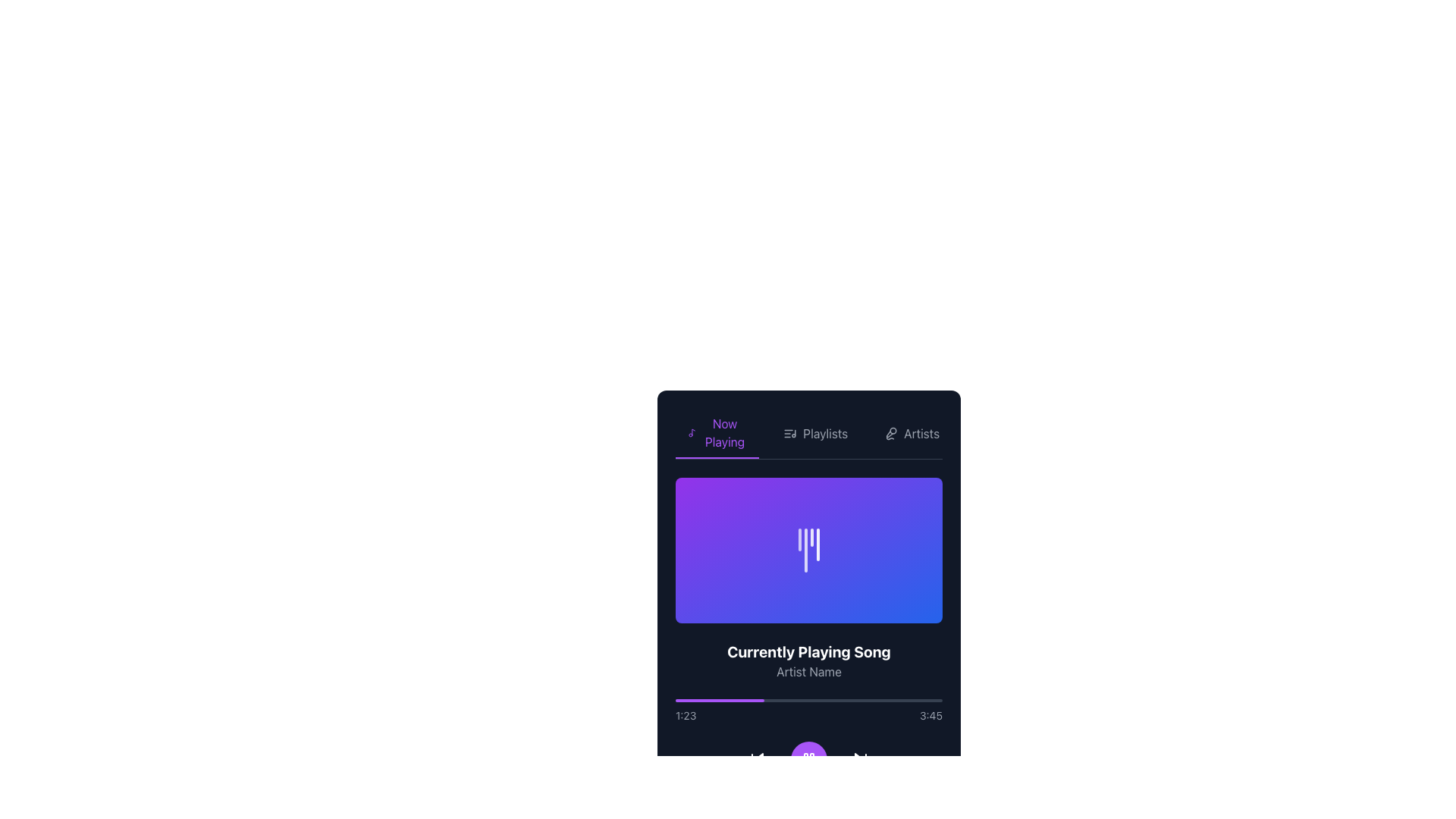  I want to click on the Text Display element that shows the title of the song and the artist's name, which is located centrally below a gradient background and above a progress bar, so click(808, 660).